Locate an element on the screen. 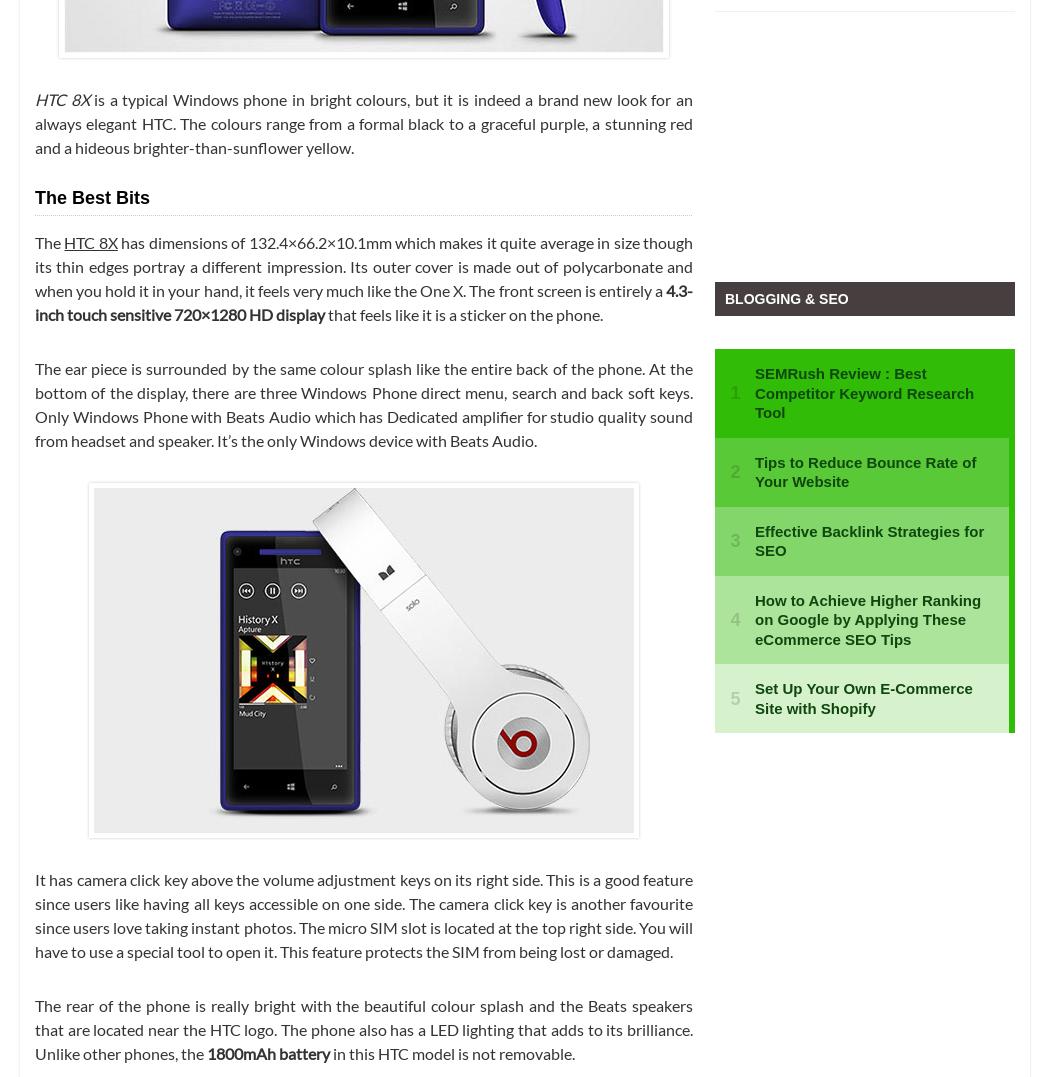  'The' is located at coordinates (34, 241).